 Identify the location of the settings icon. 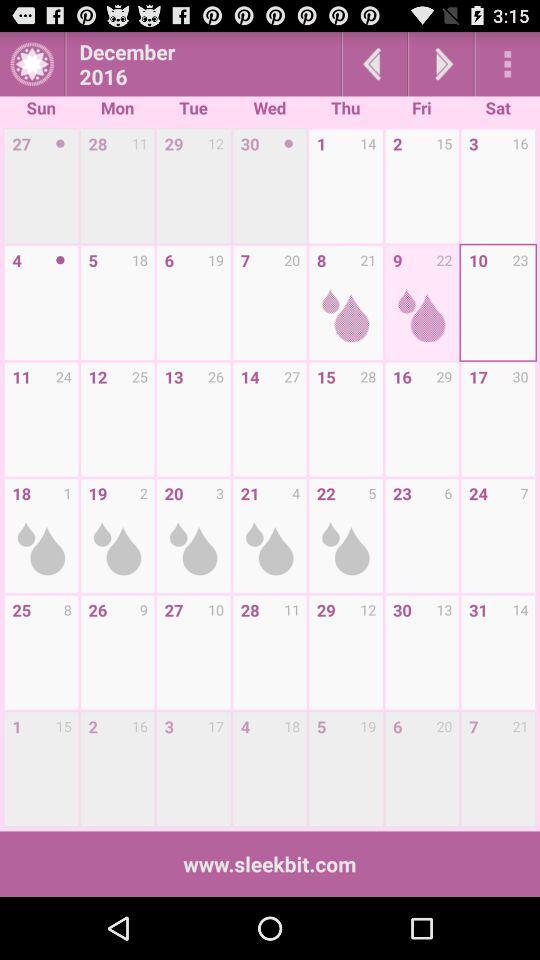
(31, 68).